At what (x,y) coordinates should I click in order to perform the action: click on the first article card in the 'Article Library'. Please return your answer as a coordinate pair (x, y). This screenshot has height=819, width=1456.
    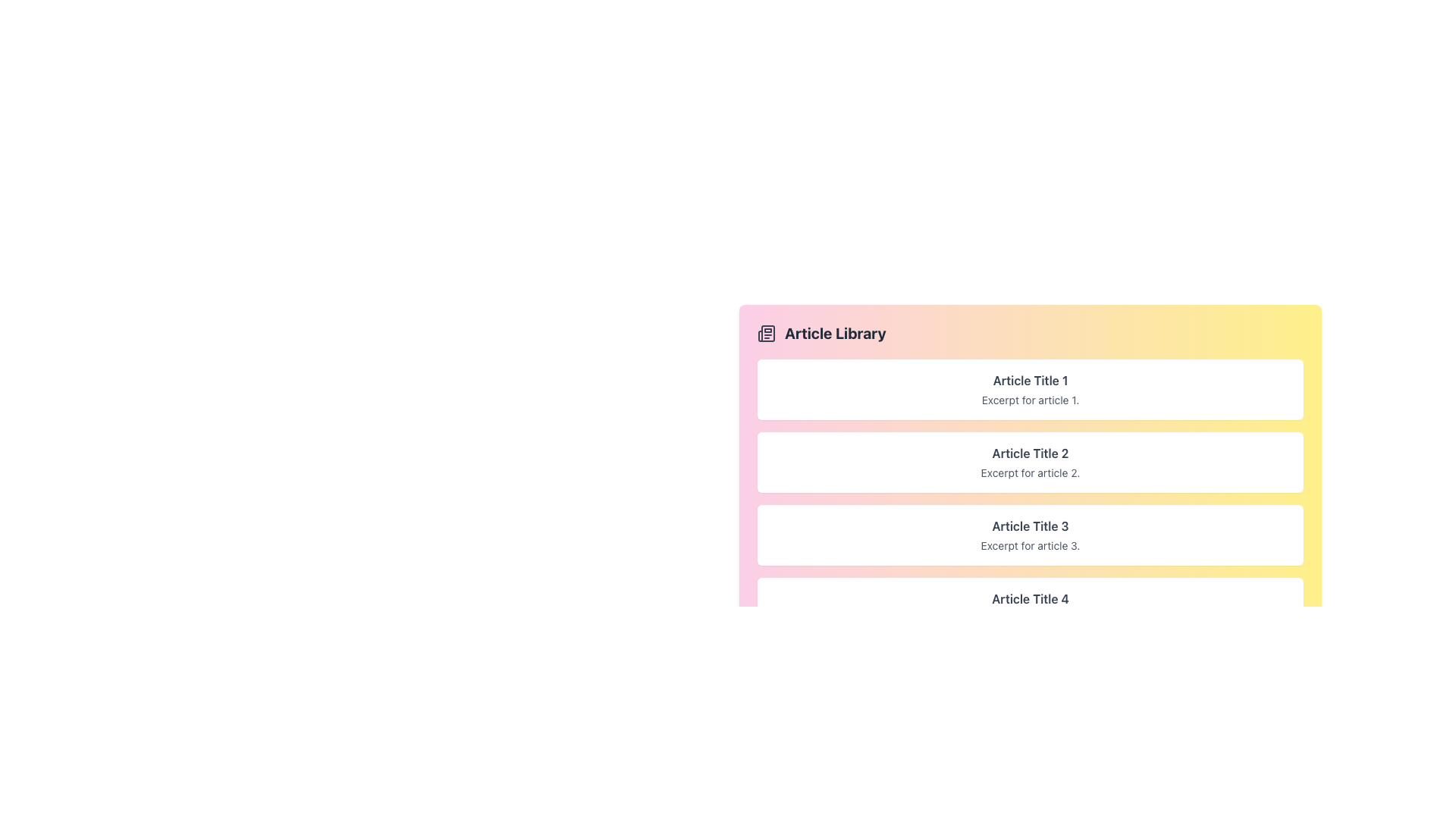
    Looking at the image, I should click on (1030, 388).